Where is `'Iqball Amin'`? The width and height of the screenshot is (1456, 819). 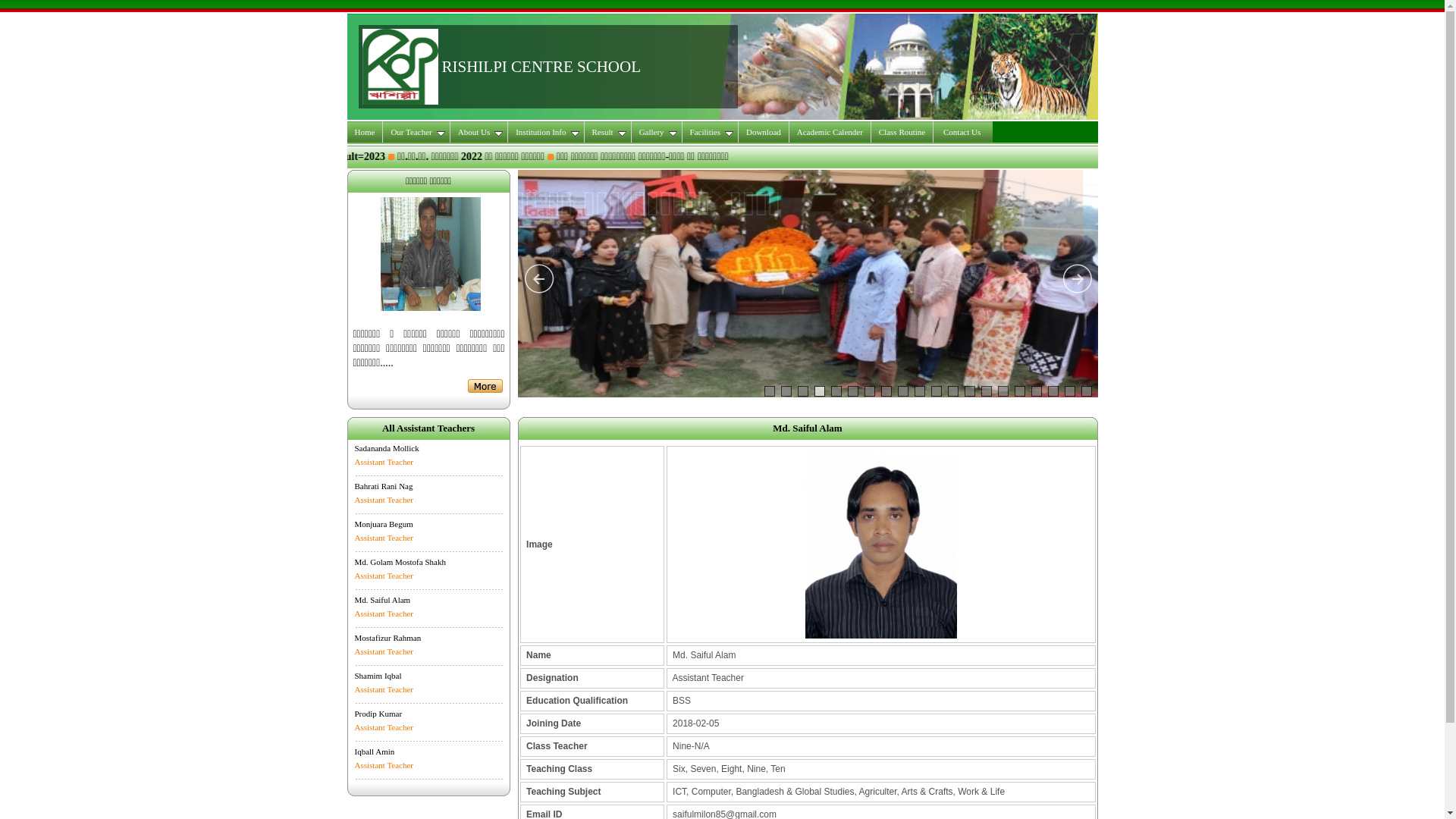 'Iqball Amin' is located at coordinates (375, 752).